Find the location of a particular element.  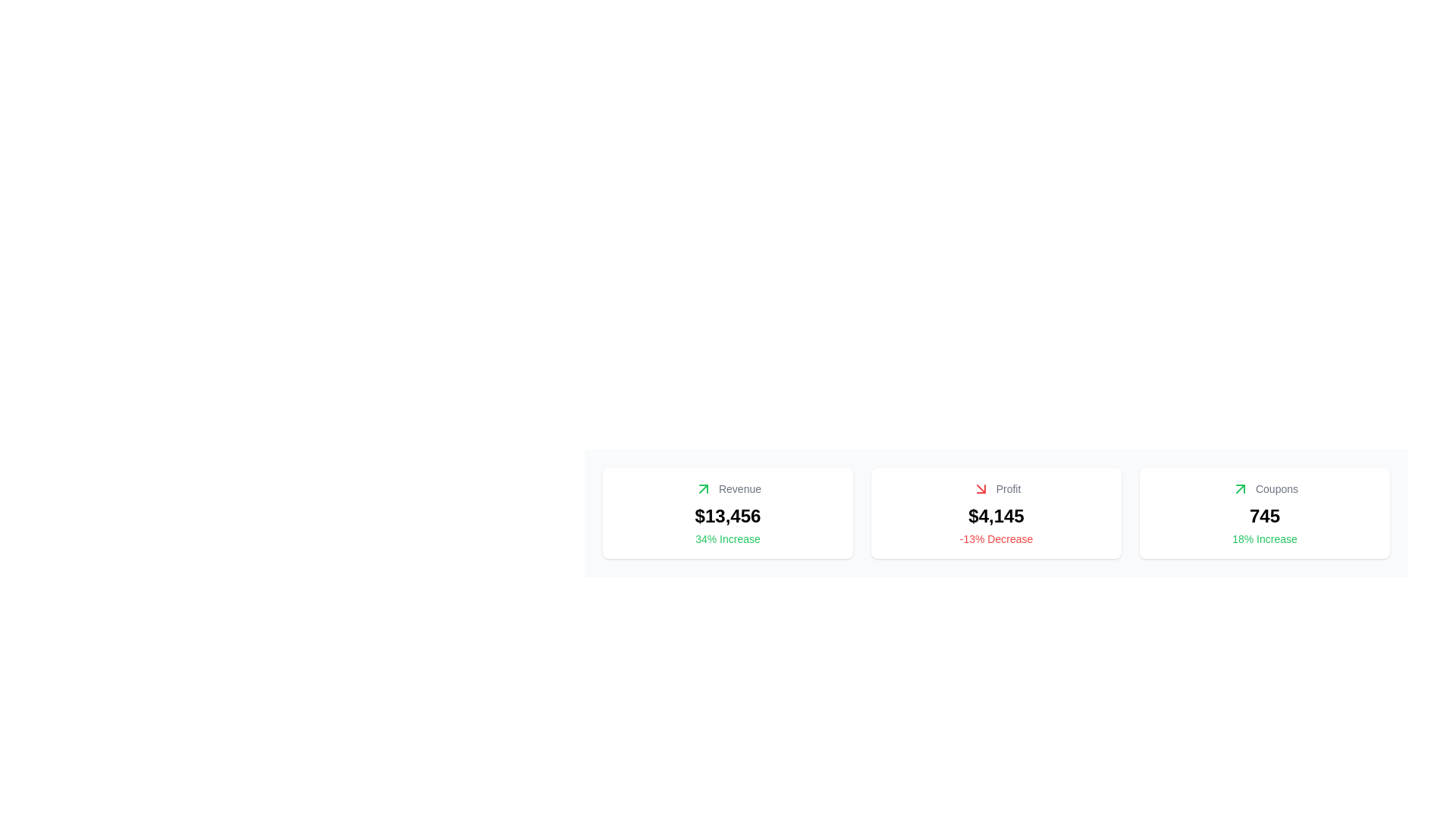

the Text Label displaying the amount '$4,145', which is styled in a bold, large font and is located in the second card labeled 'Profit' between the 'Revenue' and 'Coupons' cards is located at coordinates (996, 516).